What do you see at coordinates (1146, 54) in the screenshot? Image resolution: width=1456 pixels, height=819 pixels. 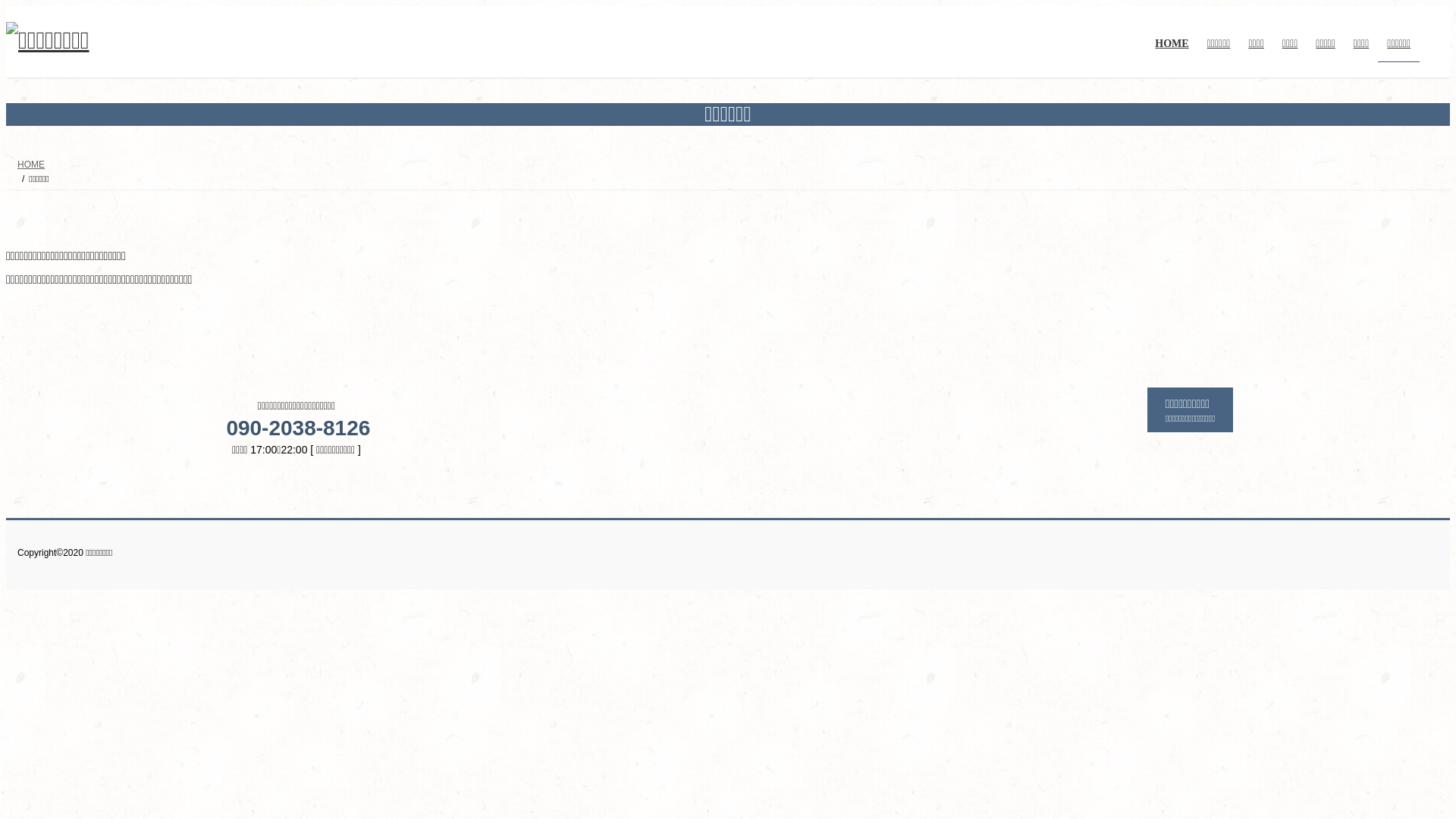 I see `'HOME'` at bounding box center [1146, 54].